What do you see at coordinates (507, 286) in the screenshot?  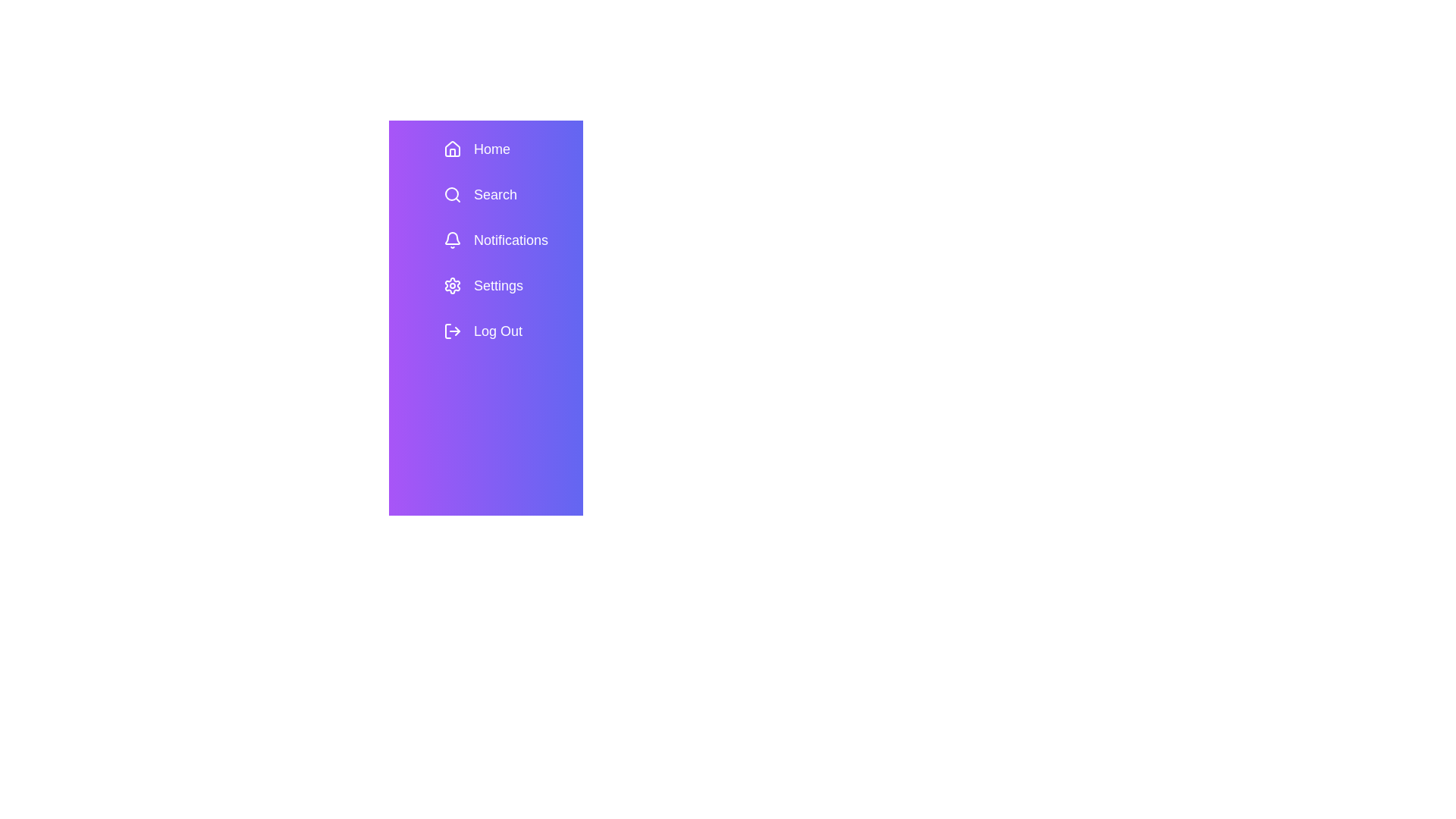 I see `the menu item Settings in the SidebarMenu` at bounding box center [507, 286].